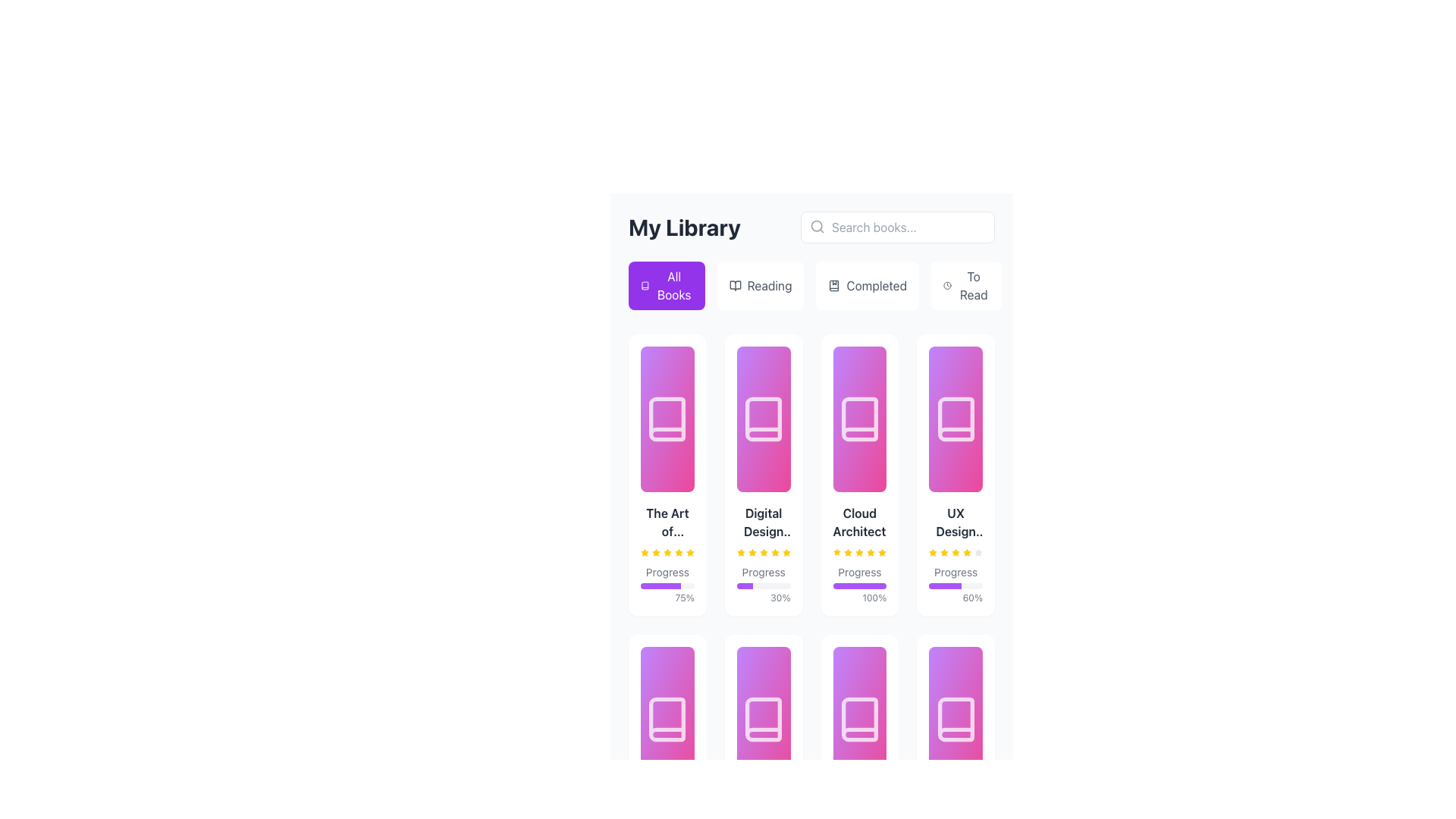  What do you see at coordinates (689, 553) in the screenshot?
I see `the 5th star-shaped icon with a yellow fill and border, indicating a rating beneath the item titled 'The Art of...' in the grid layout` at bounding box center [689, 553].